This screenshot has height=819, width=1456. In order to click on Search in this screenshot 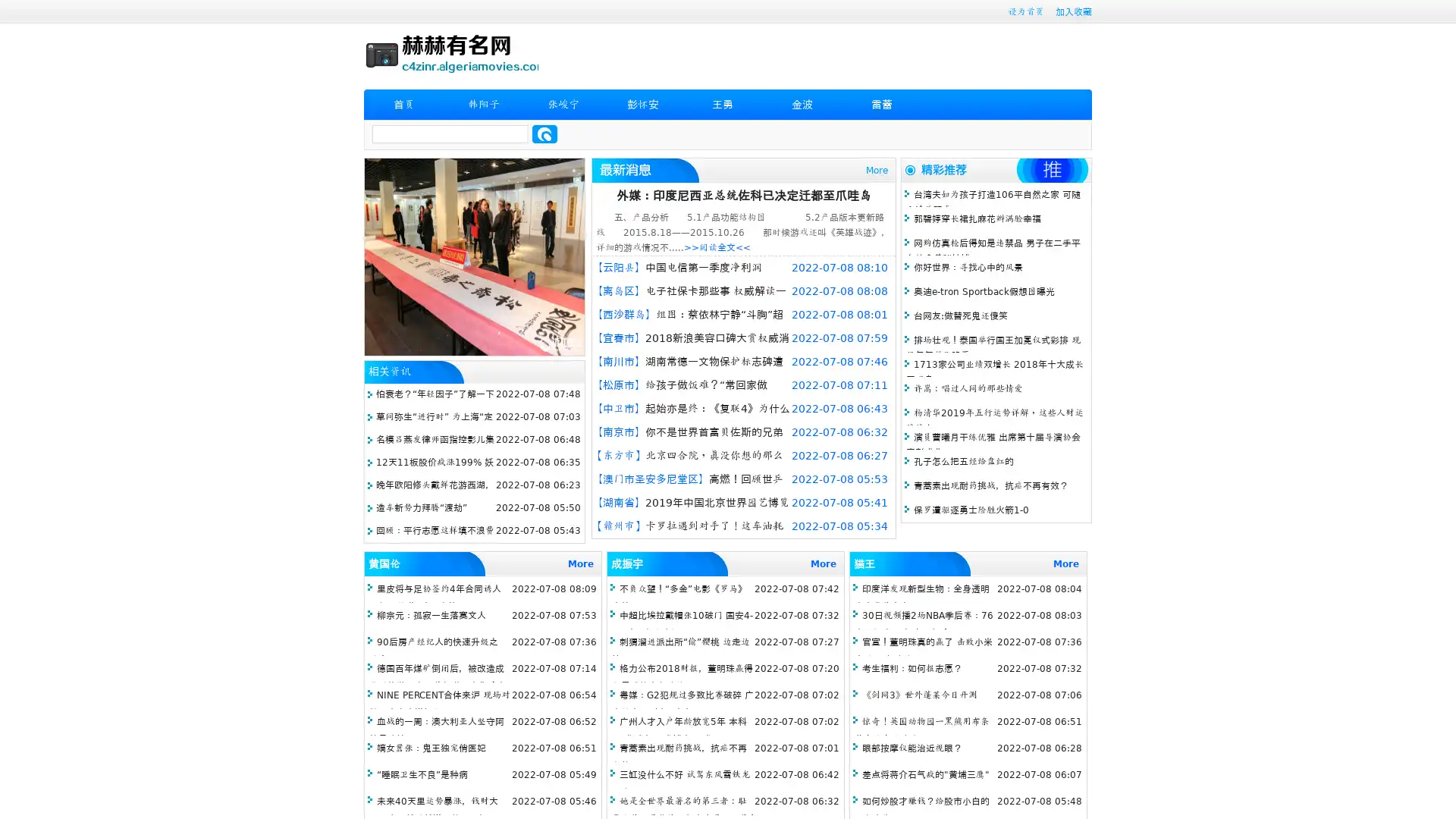, I will do `click(544, 133)`.